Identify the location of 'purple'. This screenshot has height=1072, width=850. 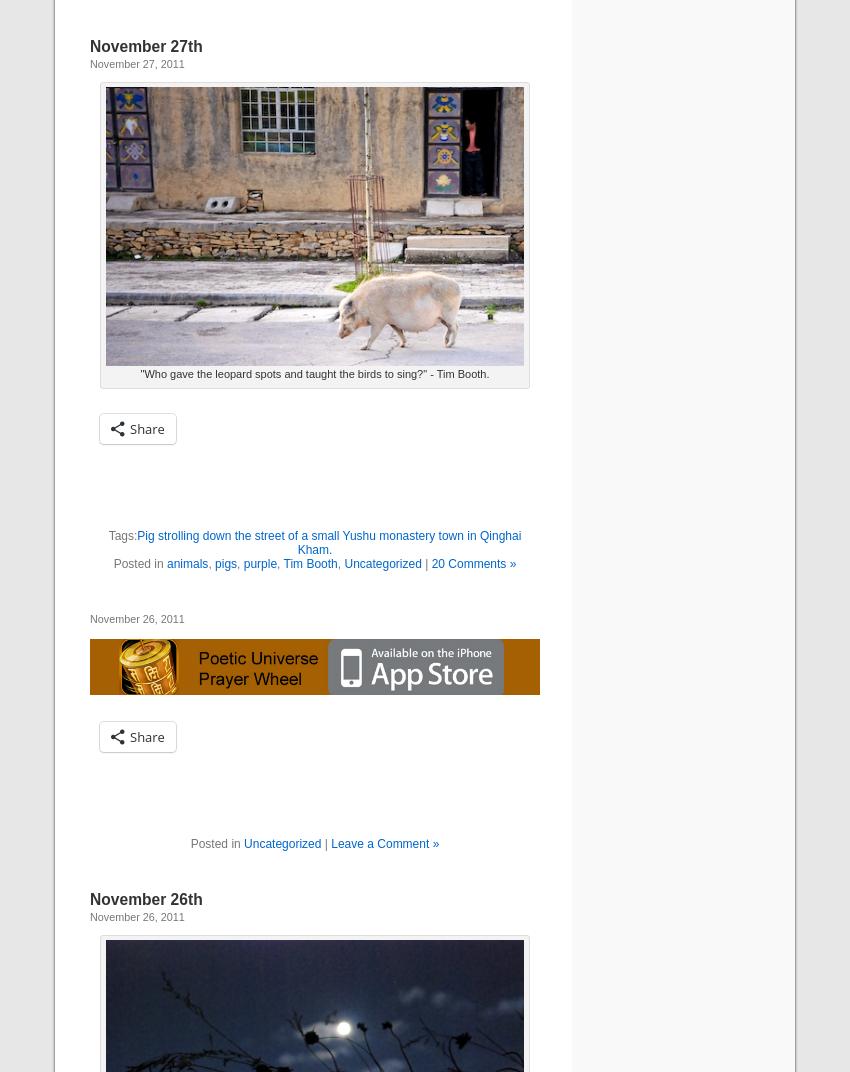
(243, 562).